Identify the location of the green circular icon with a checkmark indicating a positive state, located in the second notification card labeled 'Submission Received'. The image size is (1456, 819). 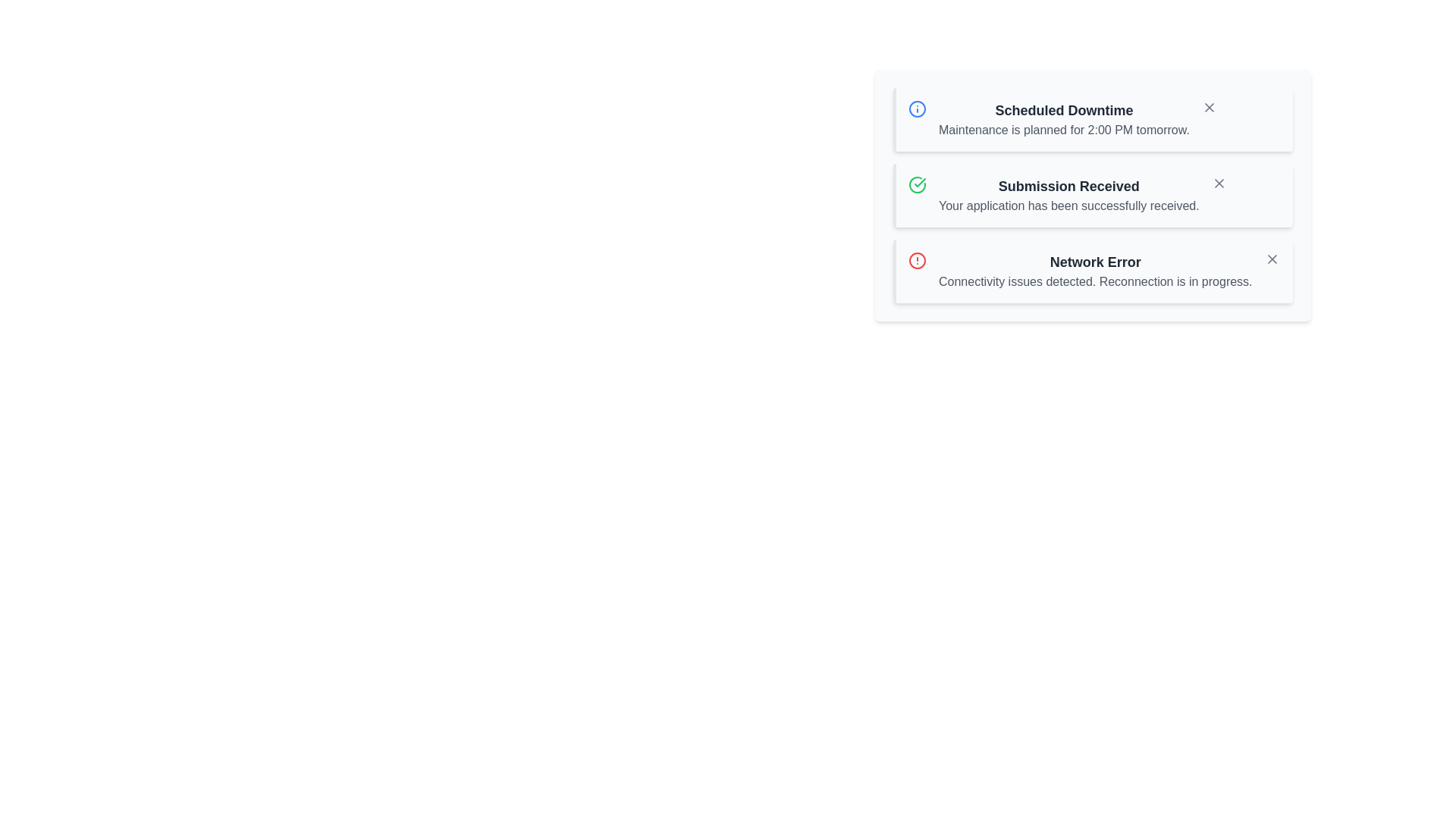
(916, 184).